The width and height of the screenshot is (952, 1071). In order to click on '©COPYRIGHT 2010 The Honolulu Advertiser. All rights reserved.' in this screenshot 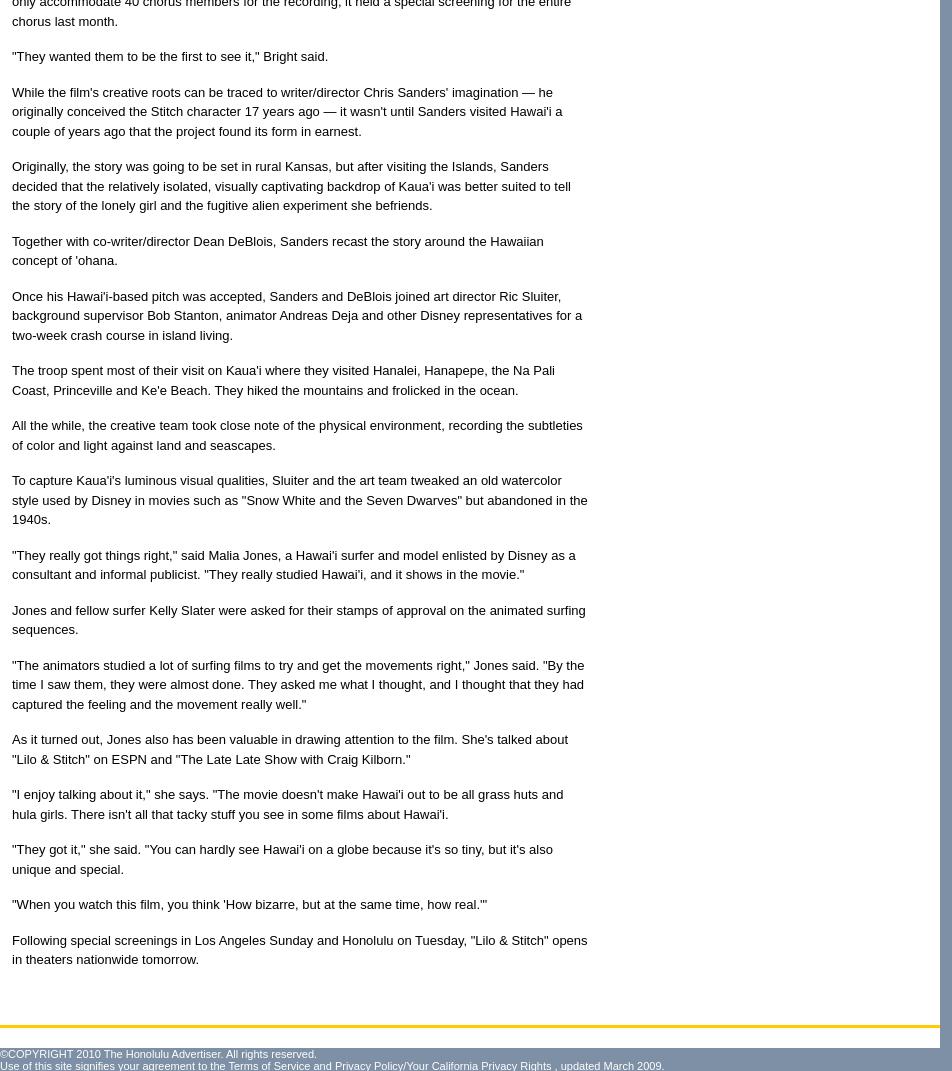, I will do `click(158, 1053)`.